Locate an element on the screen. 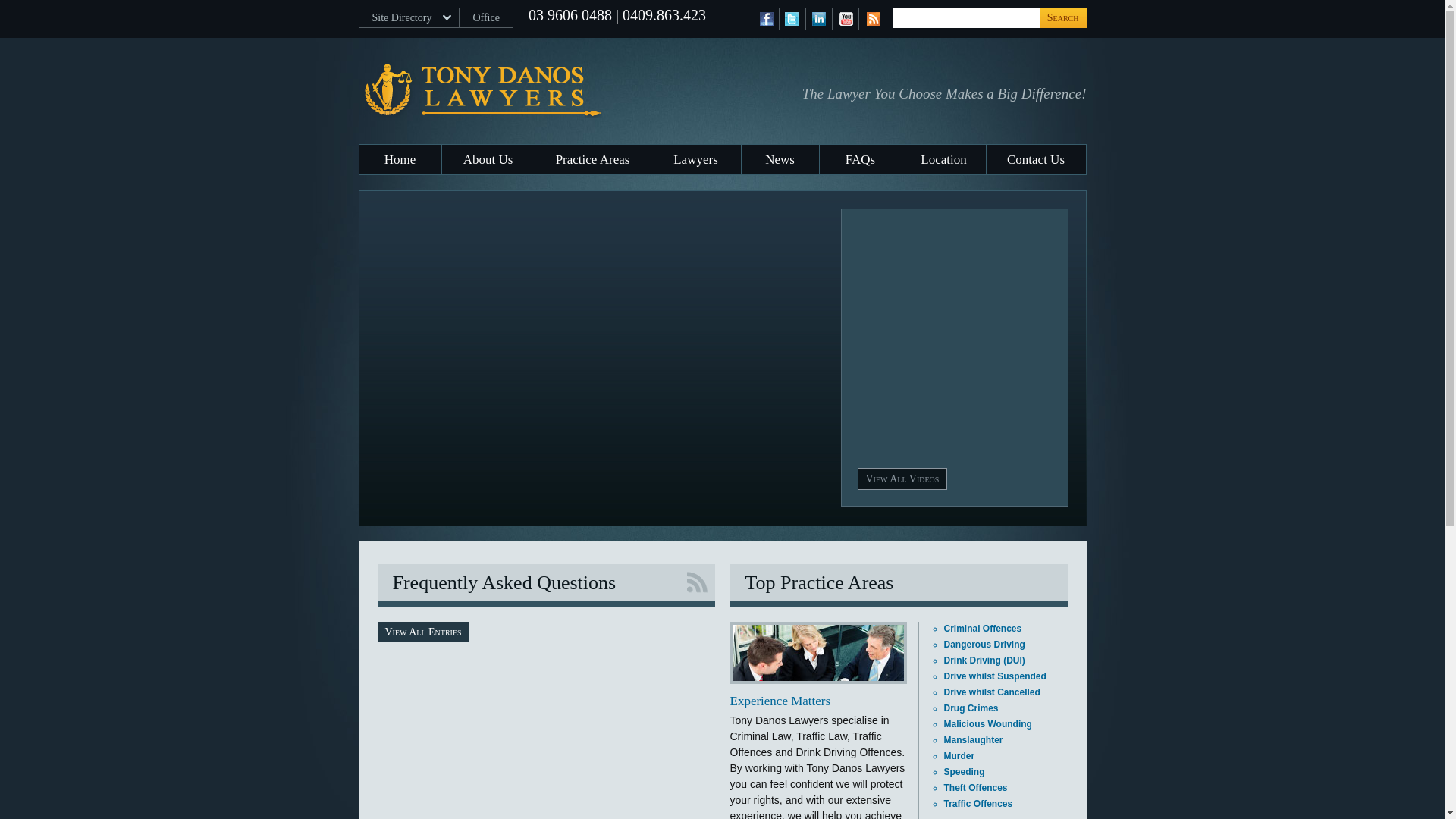  'RSS Feed' is located at coordinates (695, 581).